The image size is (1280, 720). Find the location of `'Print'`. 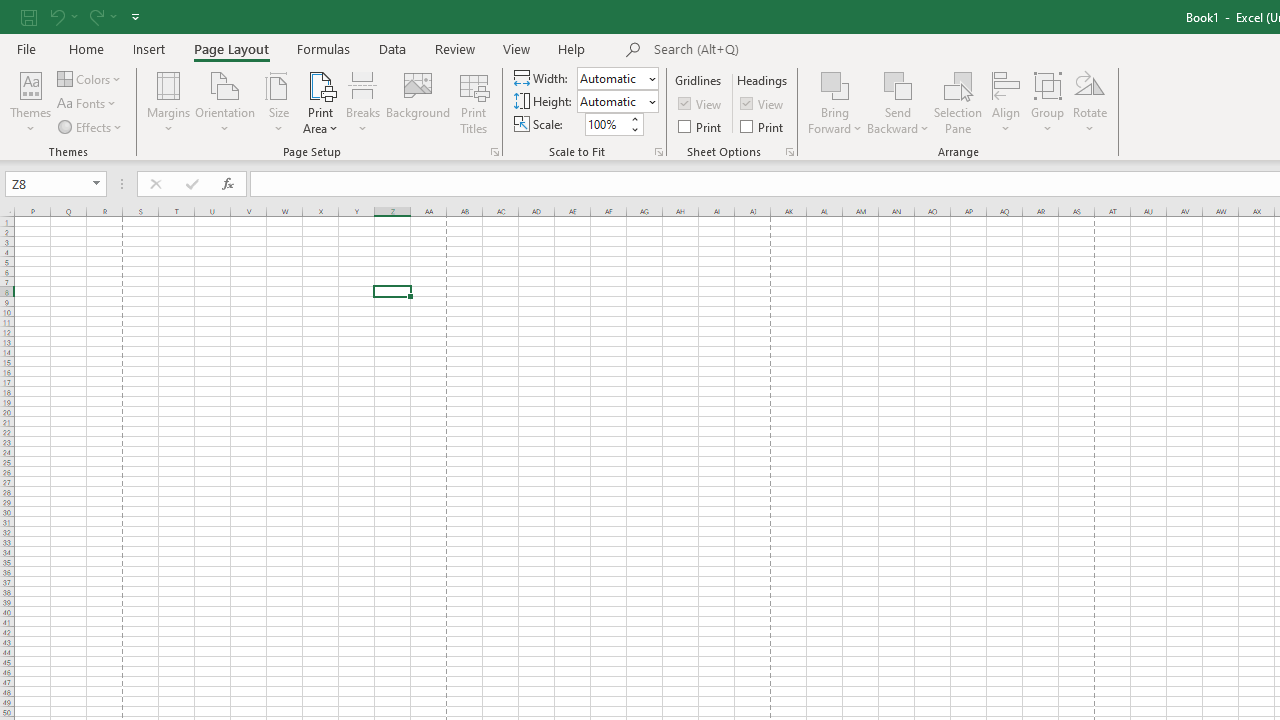

'Print' is located at coordinates (762, 126).